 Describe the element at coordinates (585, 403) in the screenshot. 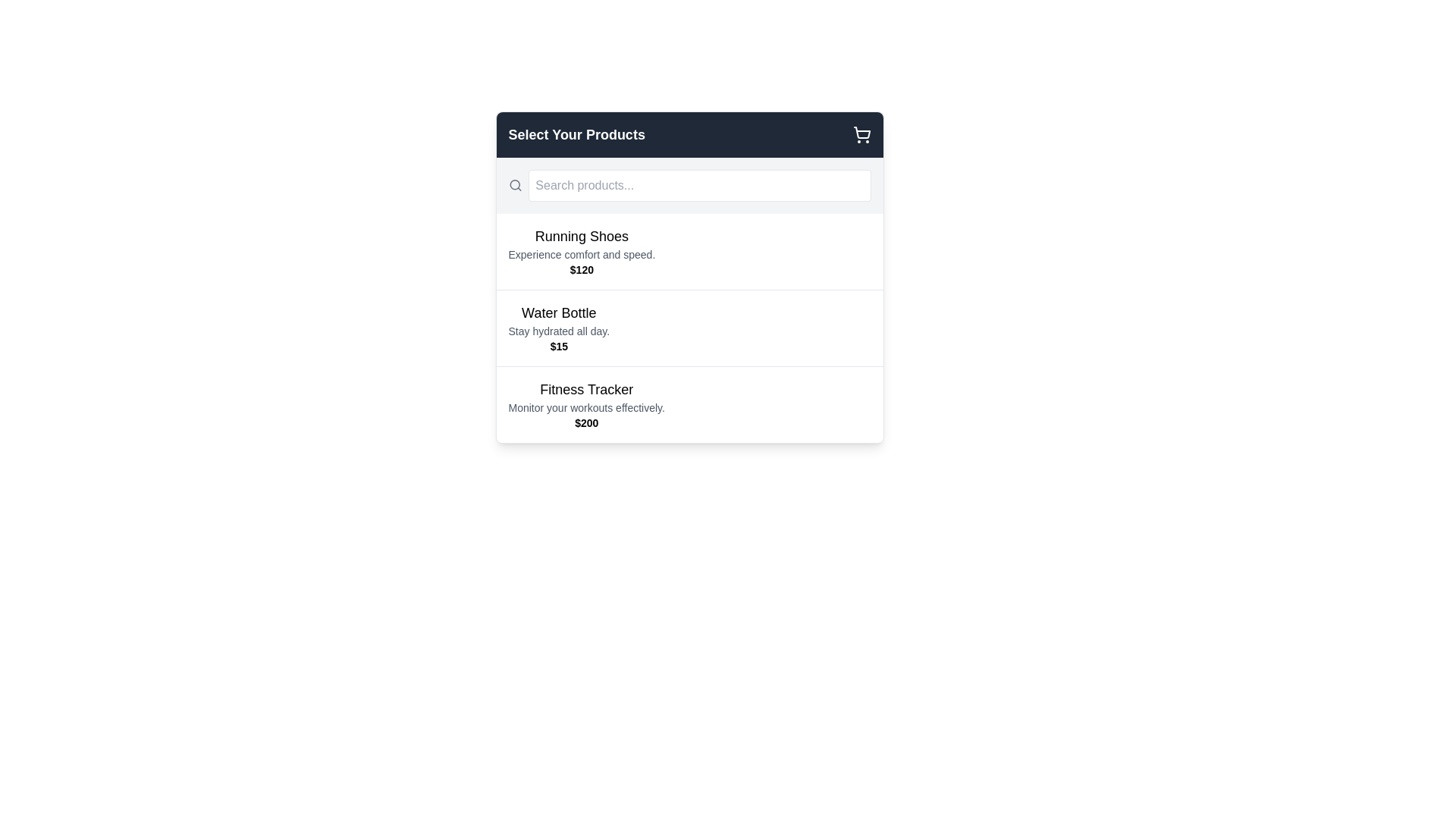

I see `the 'Fitness Tracker' informational component, which displays the product name, description, and price, located` at that location.